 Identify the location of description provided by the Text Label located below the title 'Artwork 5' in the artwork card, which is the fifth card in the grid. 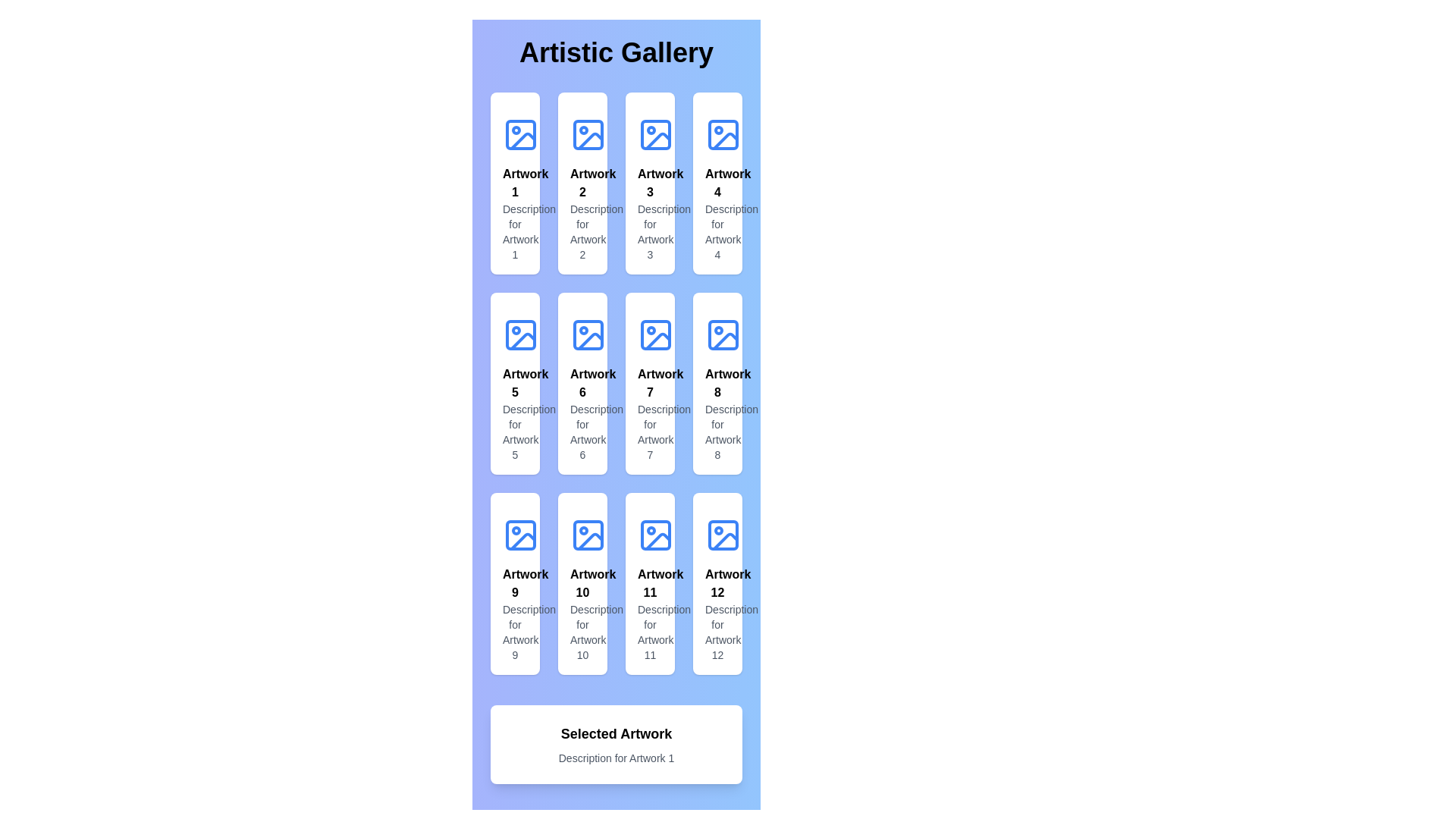
(515, 432).